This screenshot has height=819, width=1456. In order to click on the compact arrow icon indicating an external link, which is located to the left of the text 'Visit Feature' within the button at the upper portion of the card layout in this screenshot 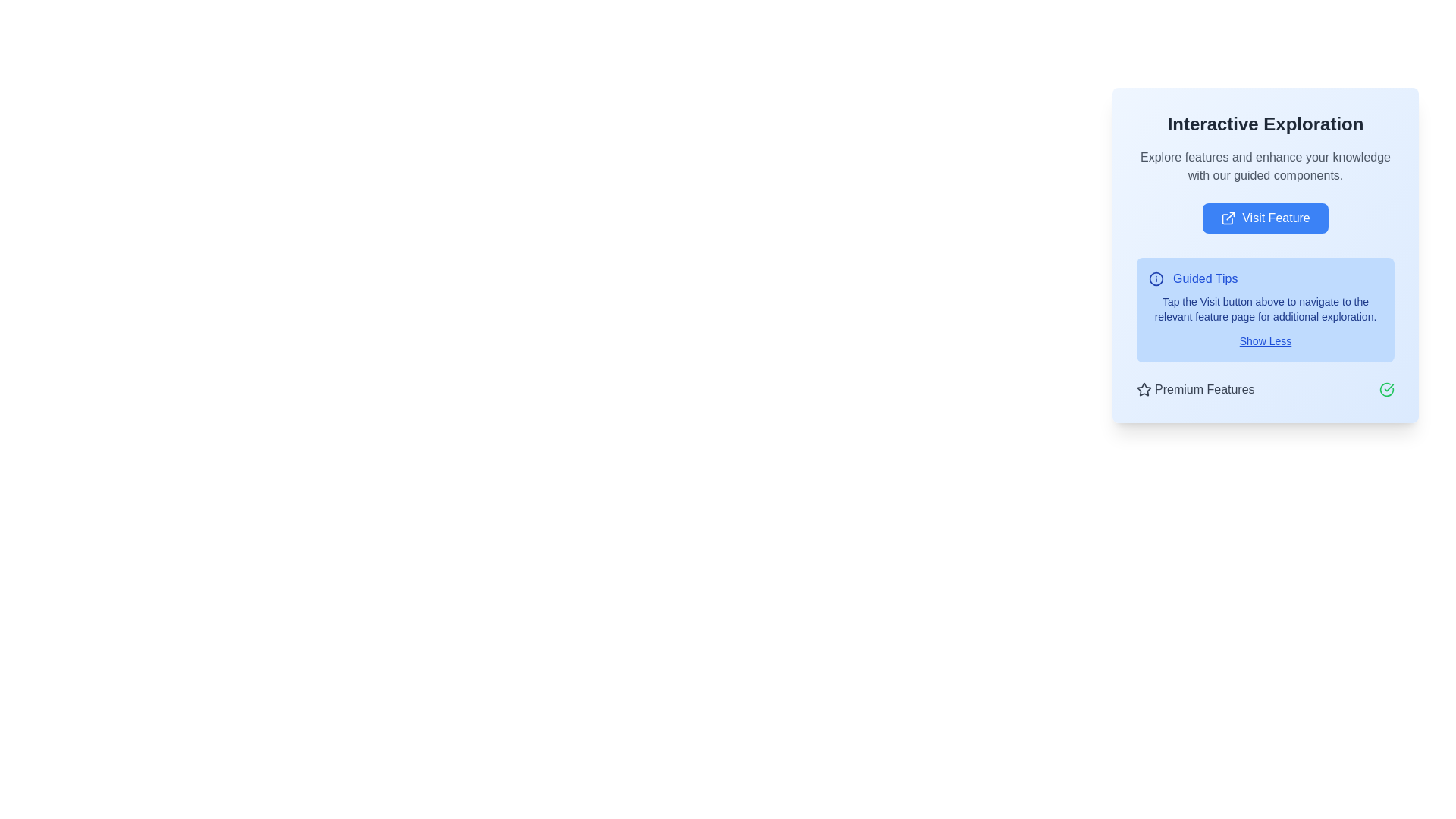, I will do `click(1228, 218)`.